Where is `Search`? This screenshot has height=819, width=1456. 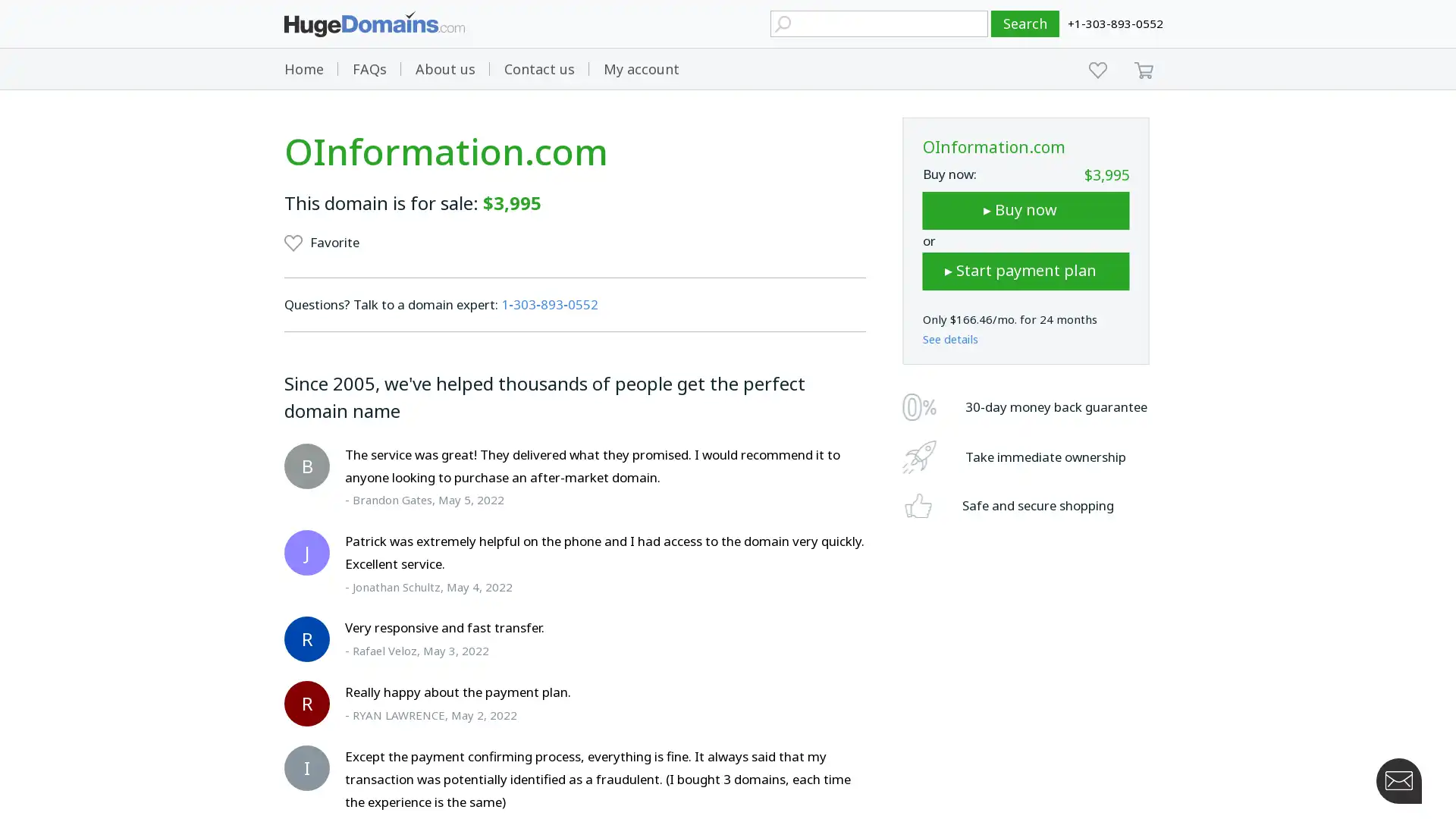
Search is located at coordinates (1025, 24).